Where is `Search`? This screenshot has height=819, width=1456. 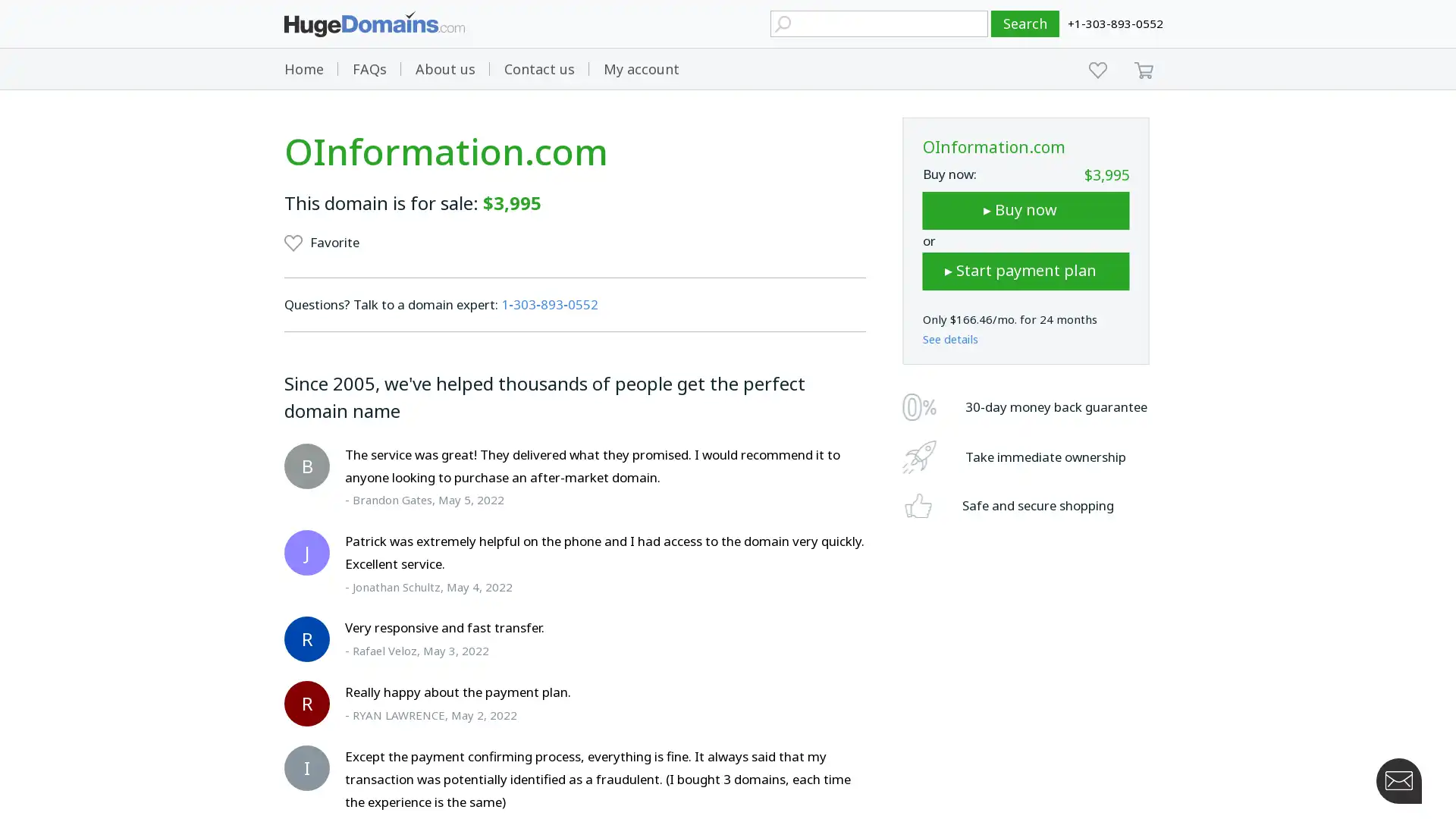
Search is located at coordinates (1025, 24).